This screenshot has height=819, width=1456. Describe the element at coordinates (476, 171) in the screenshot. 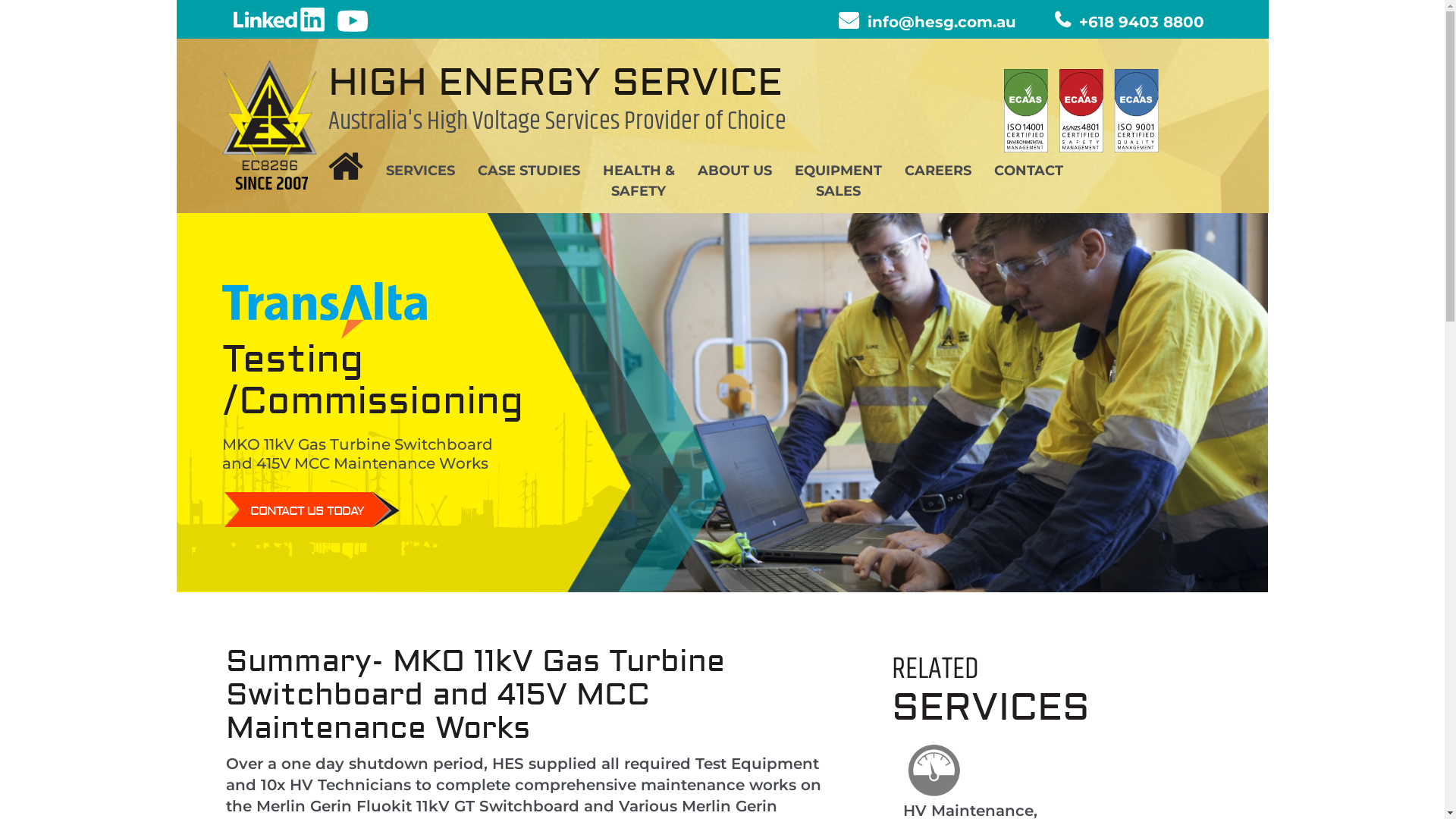

I see `'CASE STUDIES'` at that location.